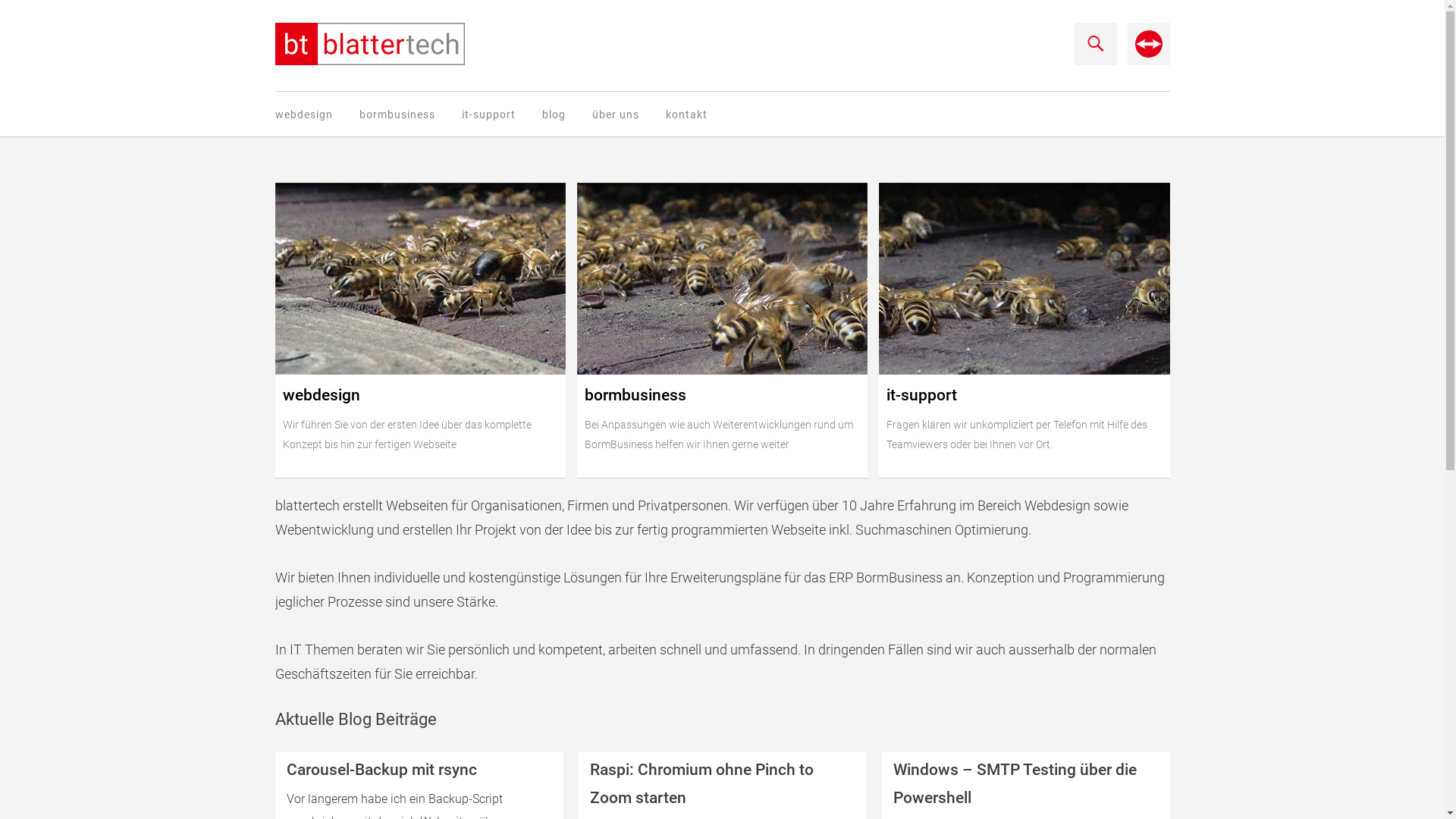 This screenshot has height=819, width=1456. I want to click on 'blattertech informatik', so click(369, 42).